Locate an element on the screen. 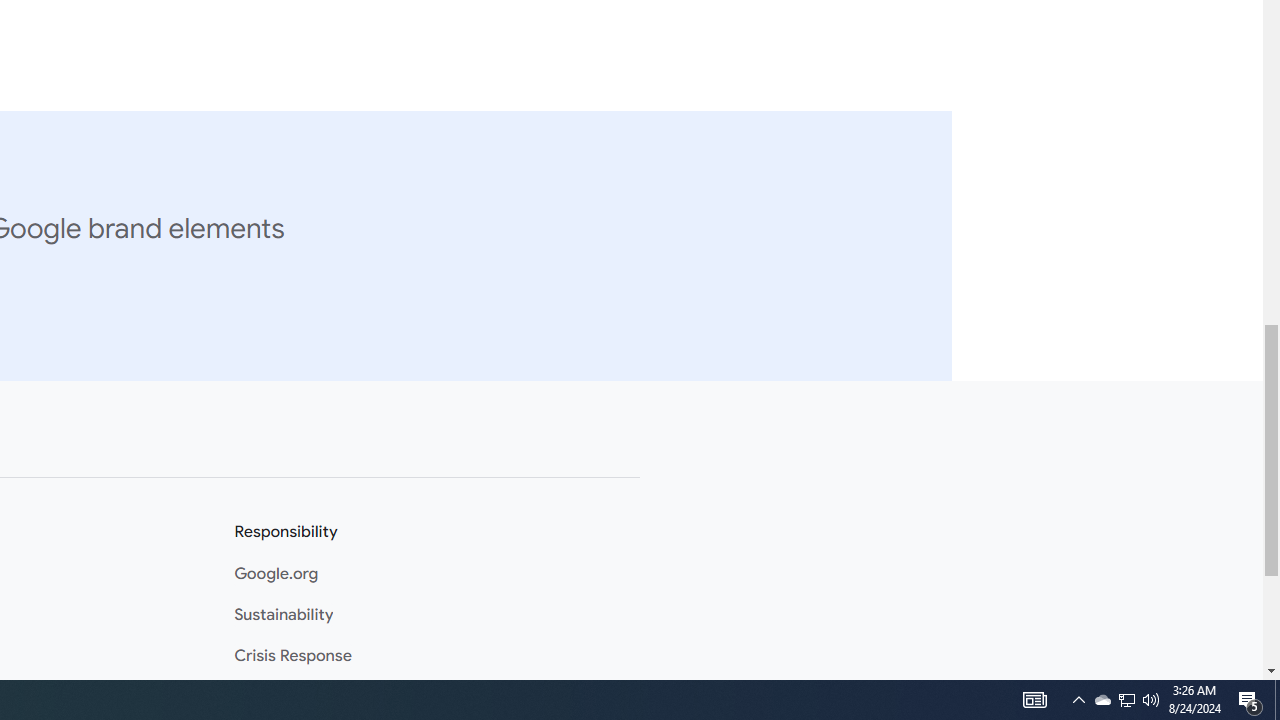 The height and width of the screenshot is (720, 1280). 'Crisis Response' is located at coordinates (292, 656).